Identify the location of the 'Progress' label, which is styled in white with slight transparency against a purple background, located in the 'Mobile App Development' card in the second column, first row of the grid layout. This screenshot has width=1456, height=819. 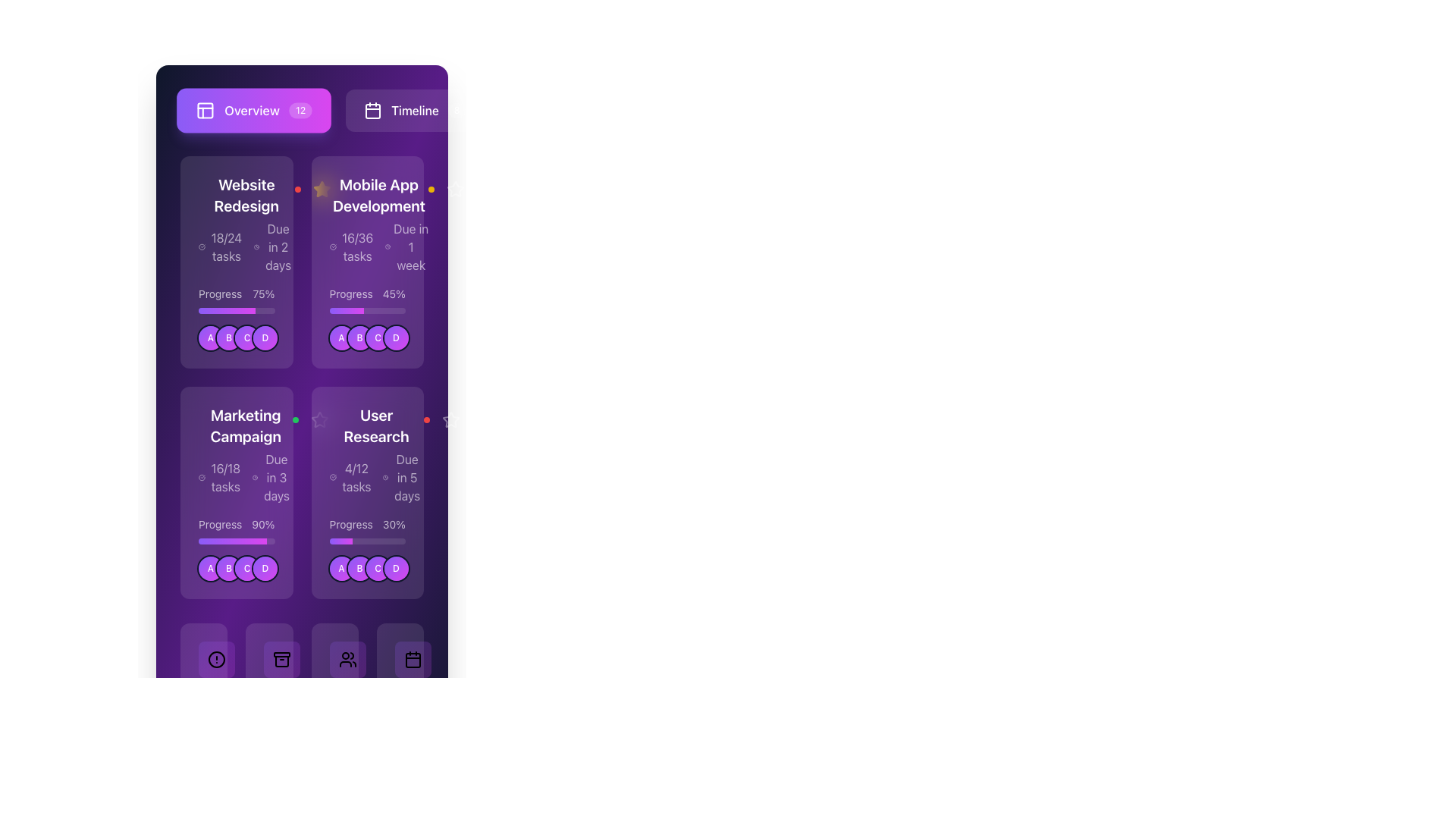
(350, 294).